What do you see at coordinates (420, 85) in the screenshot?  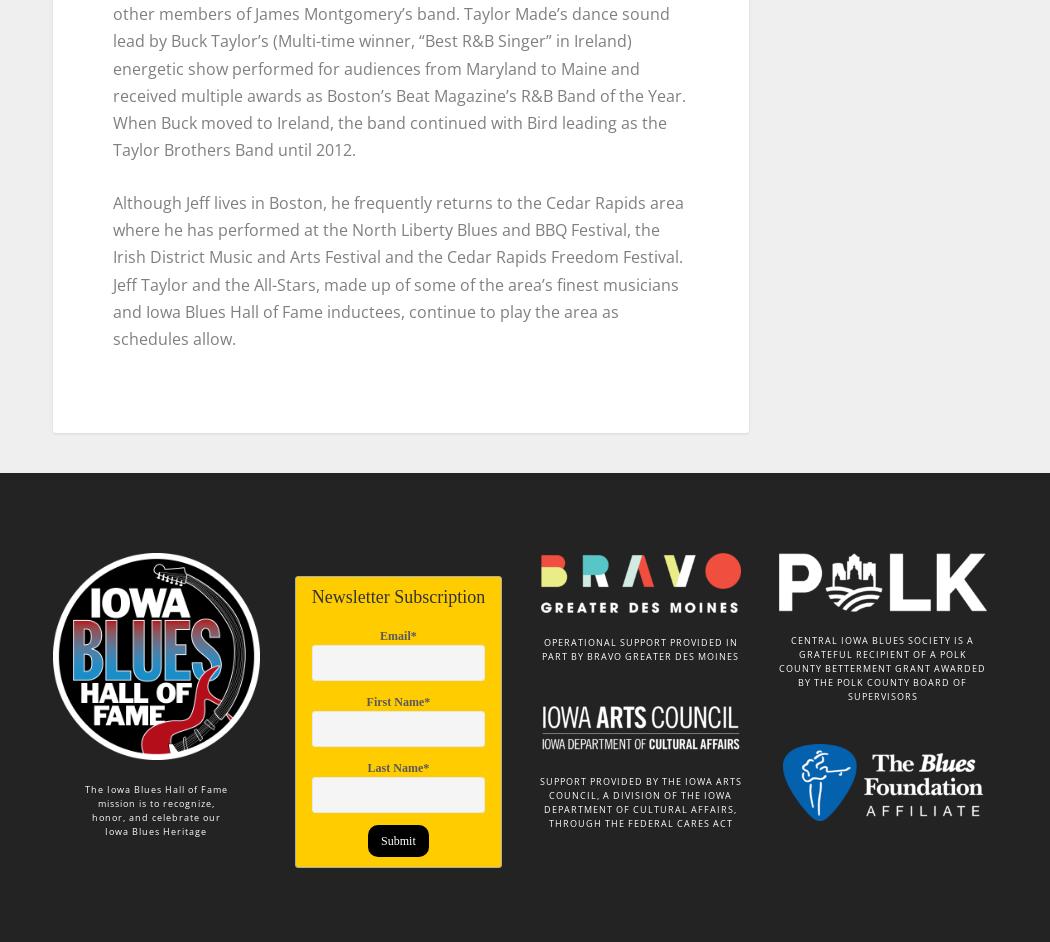 I see `'Boston’s Beat Magazine’s'` at bounding box center [420, 85].